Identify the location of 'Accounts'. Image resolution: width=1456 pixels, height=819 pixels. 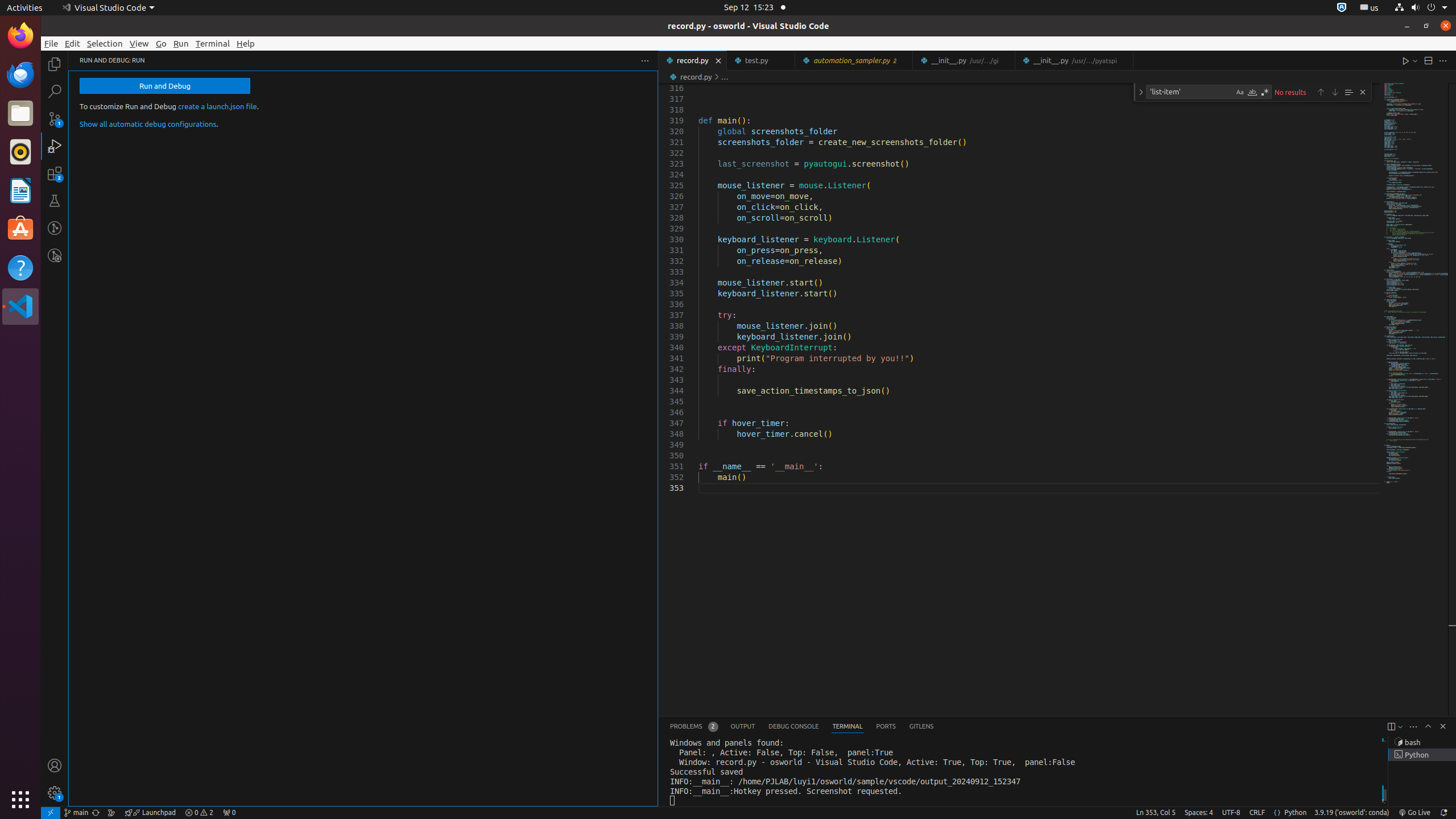
(54, 764).